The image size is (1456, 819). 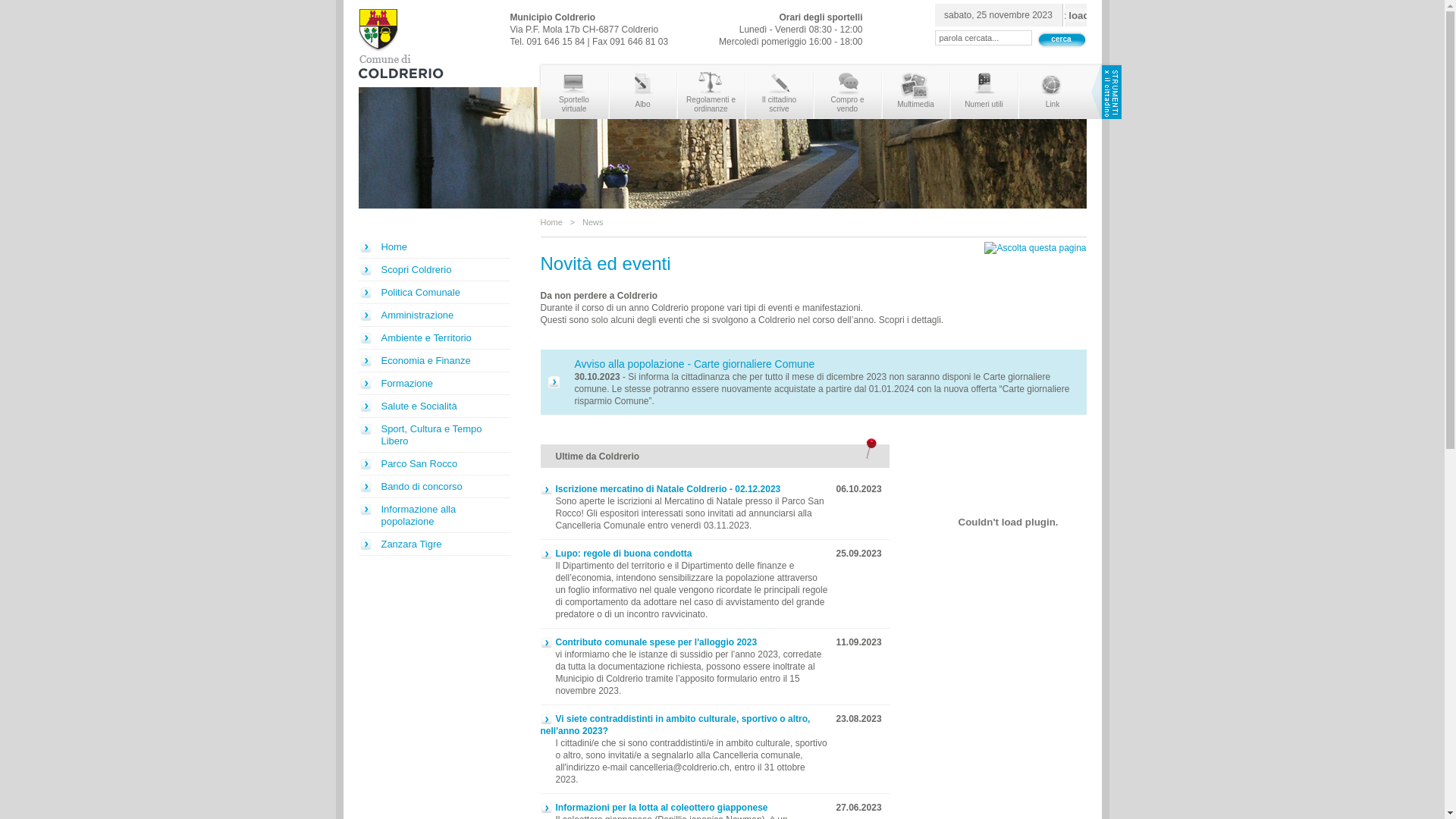 I want to click on 'Bando di concorso', so click(x=356, y=486).